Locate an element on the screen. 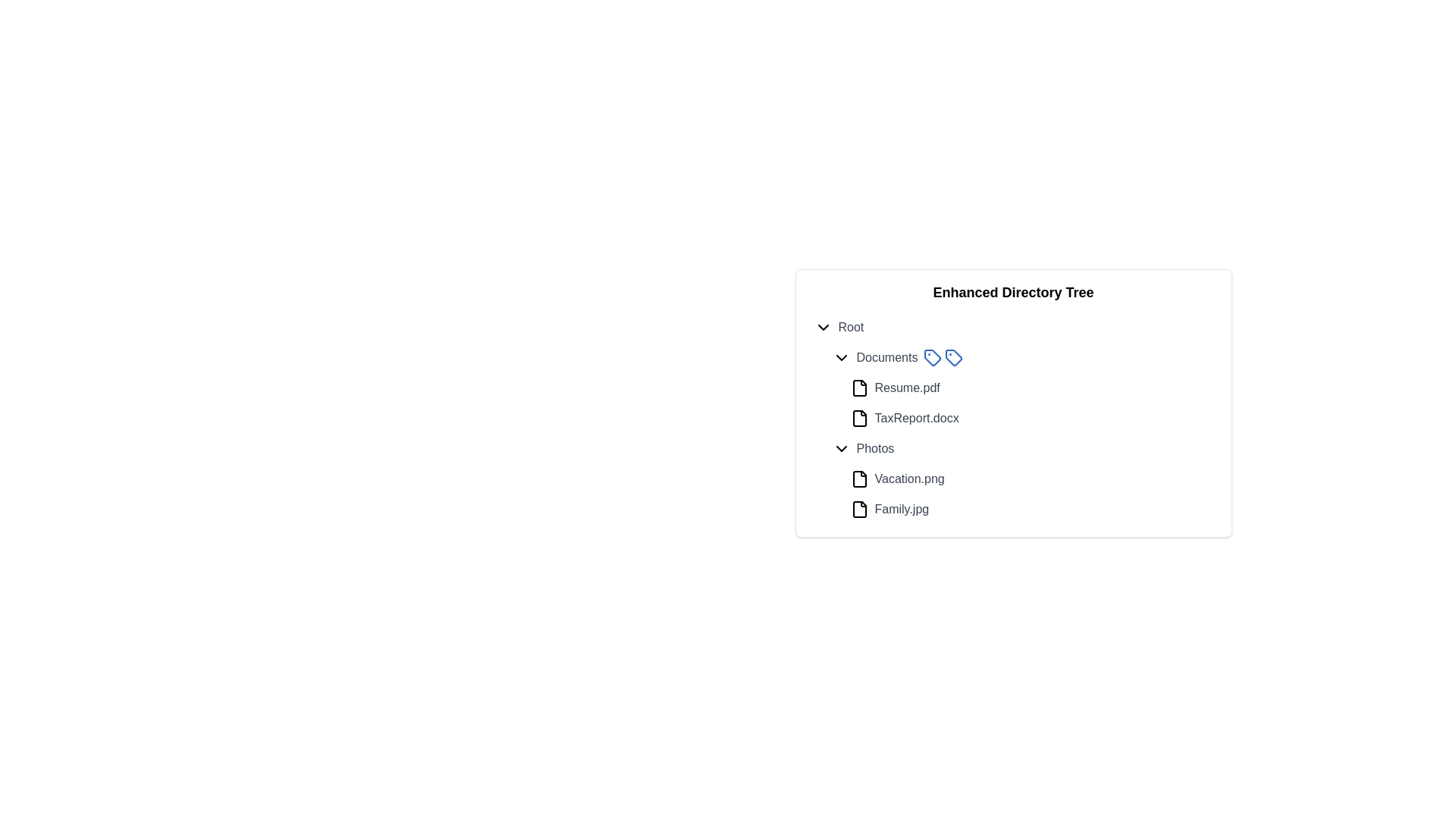  the downward-pointing chevron icon located immediately to the left of the 'Photos' text to trigger highlighting effects is located at coordinates (840, 447).